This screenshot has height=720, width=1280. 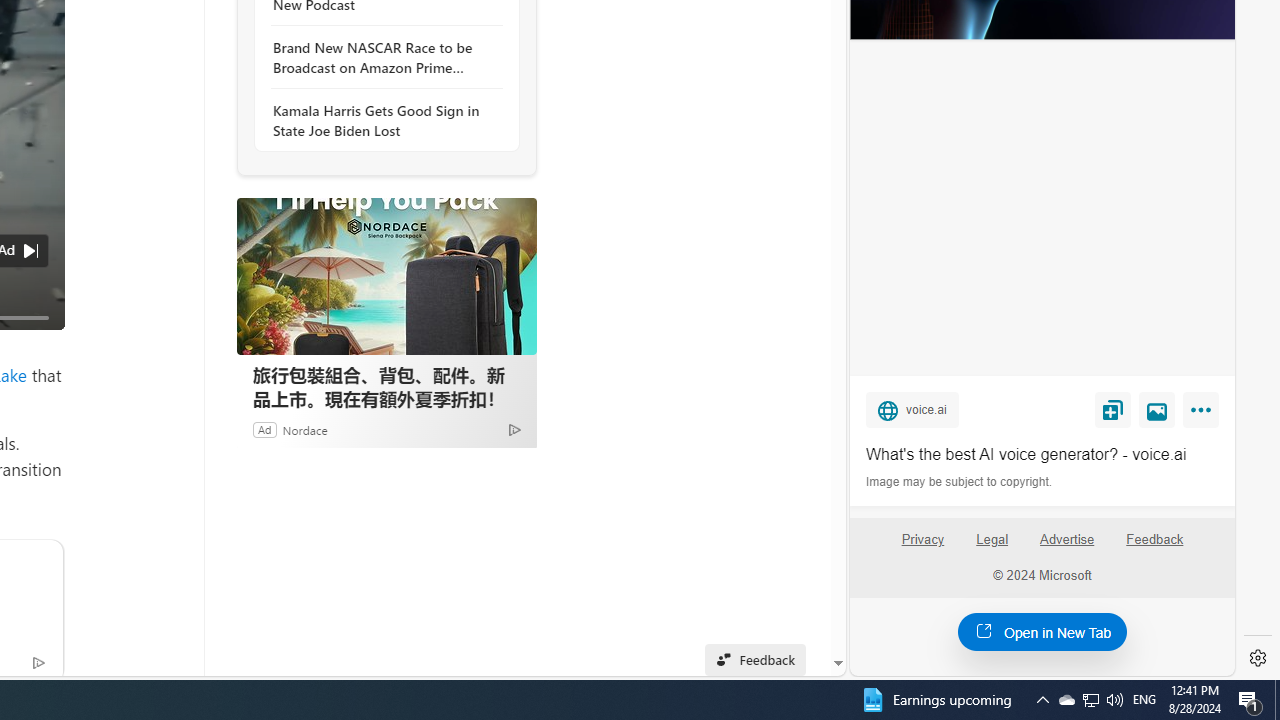 What do you see at coordinates (263, 428) in the screenshot?
I see `'Ad'` at bounding box center [263, 428].